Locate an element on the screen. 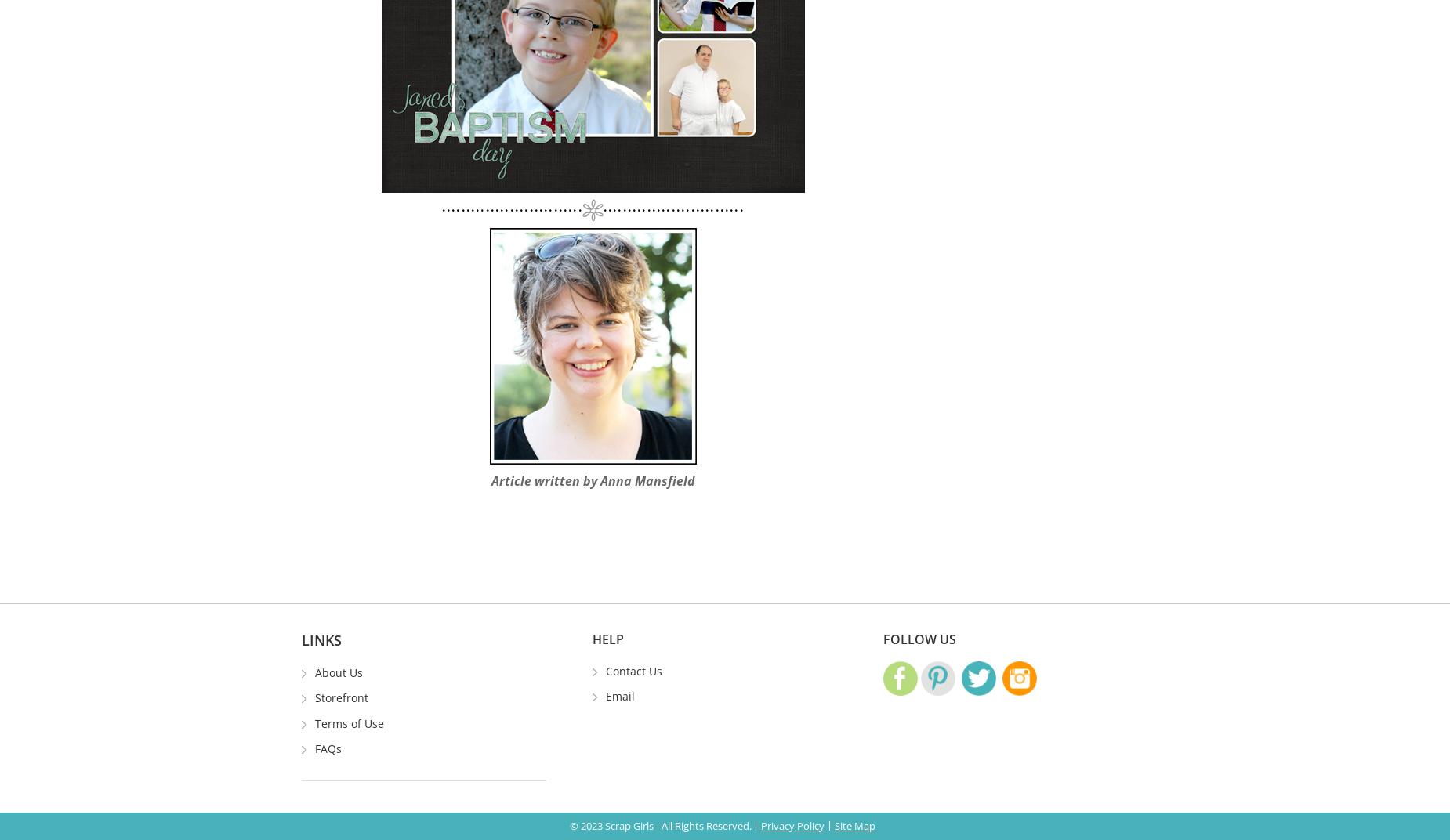 Image resolution: width=1450 pixels, height=840 pixels. '© 2023 Scrap Girls - All Rights Reserved.' is located at coordinates (661, 825).